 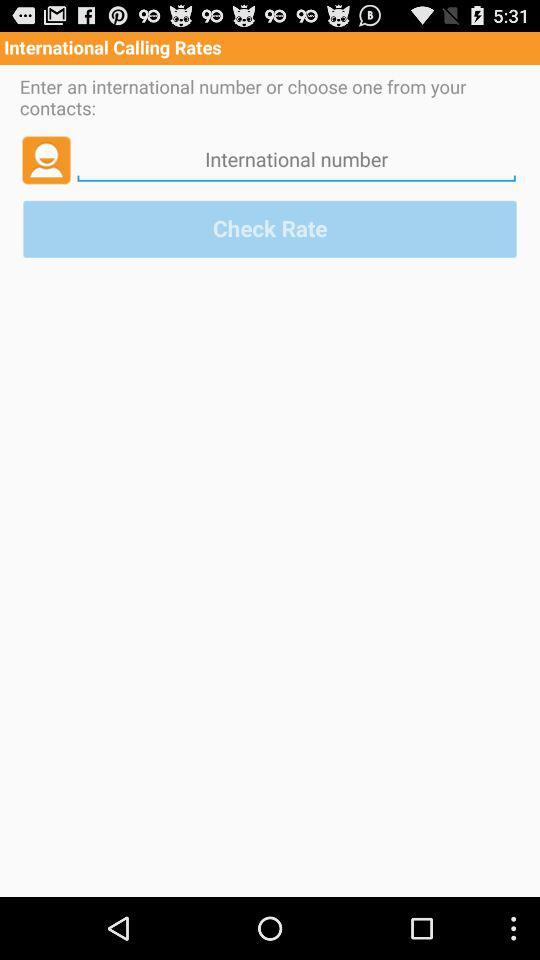 What do you see at coordinates (46, 158) in the screenshot?
I see `icon below the enter an international app` at bounding box center [46, 158].